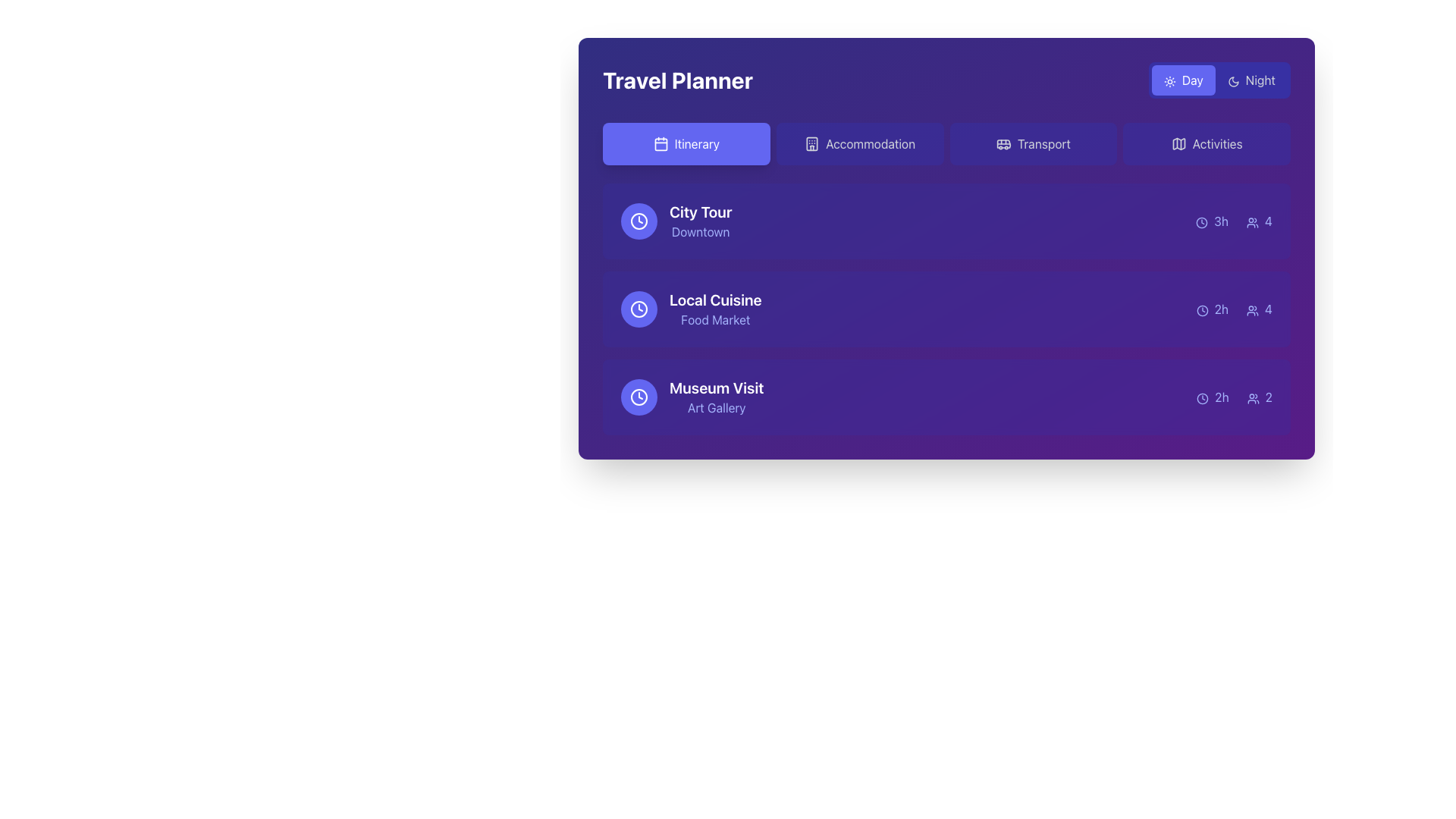 This screenshot has height=819, width=1456. Describe the element at coordinates (639, 397) in the screenshot. I see `the clock icon with a white outline inside an indigo circular background located in the 'Museum Visit' section of the travel planner interface` at that location.